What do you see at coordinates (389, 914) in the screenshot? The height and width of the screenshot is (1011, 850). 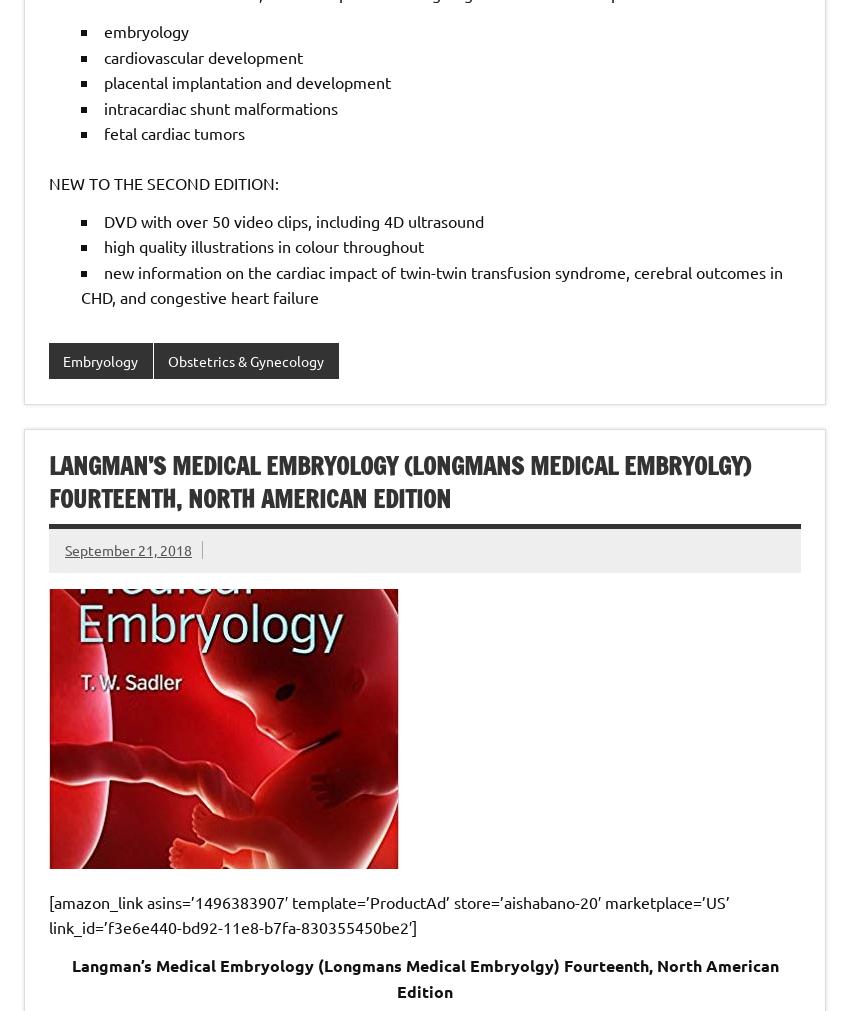 I see `'[amazon_link asins=’1496383907′ template=’ProductAd’ store=’aishabano-20′ marketplace=’US’ link_id=’f3e6e440-bd92-11e8-b7fa-830355450be2′]'` at bounding box center [389, 914].